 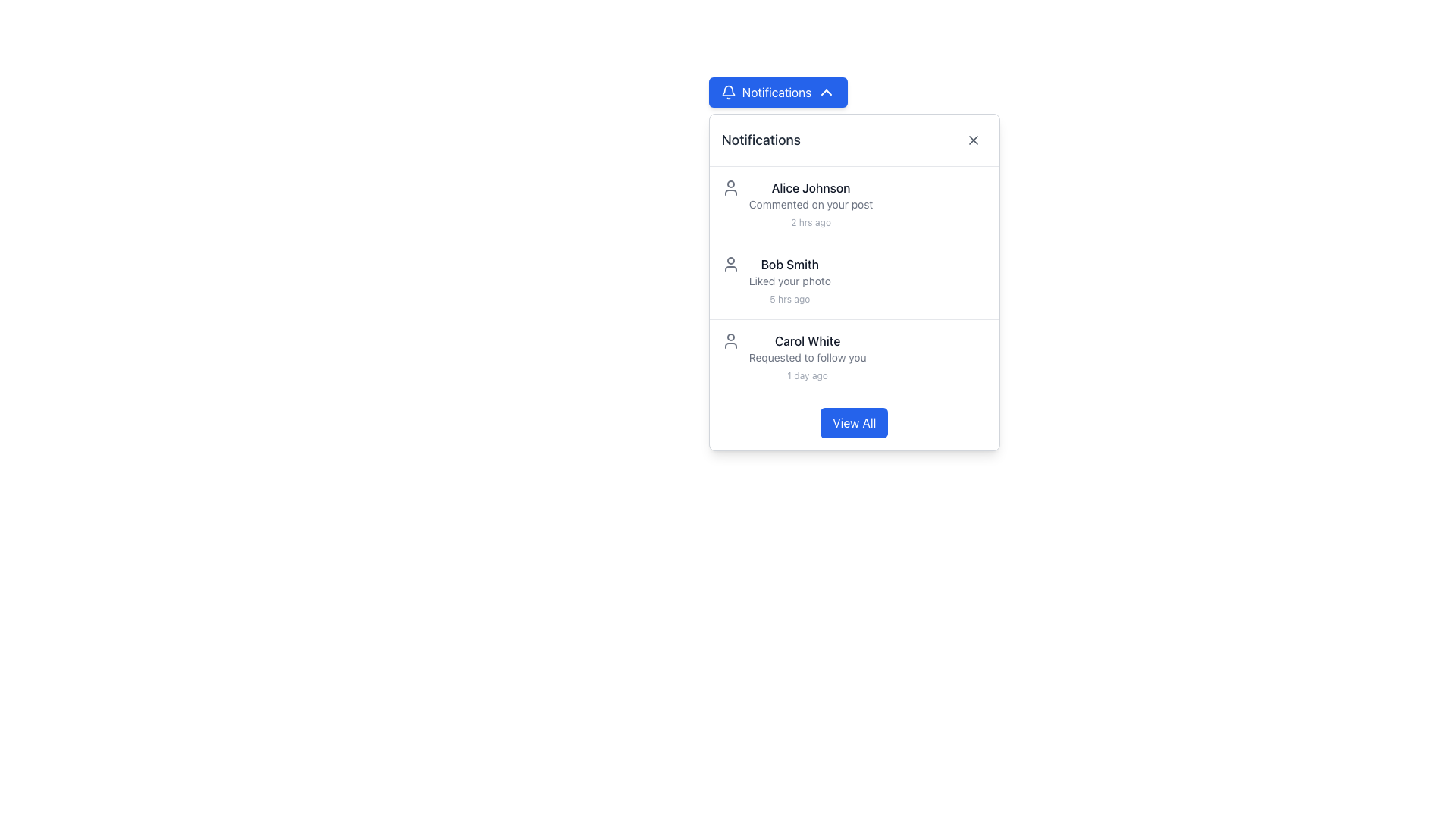 I want to click on the text label displaying 'Requested to follow you', which is located below 'Carol White' and above '1 day ago' in the third notification entry, so click(x=807, y=357).